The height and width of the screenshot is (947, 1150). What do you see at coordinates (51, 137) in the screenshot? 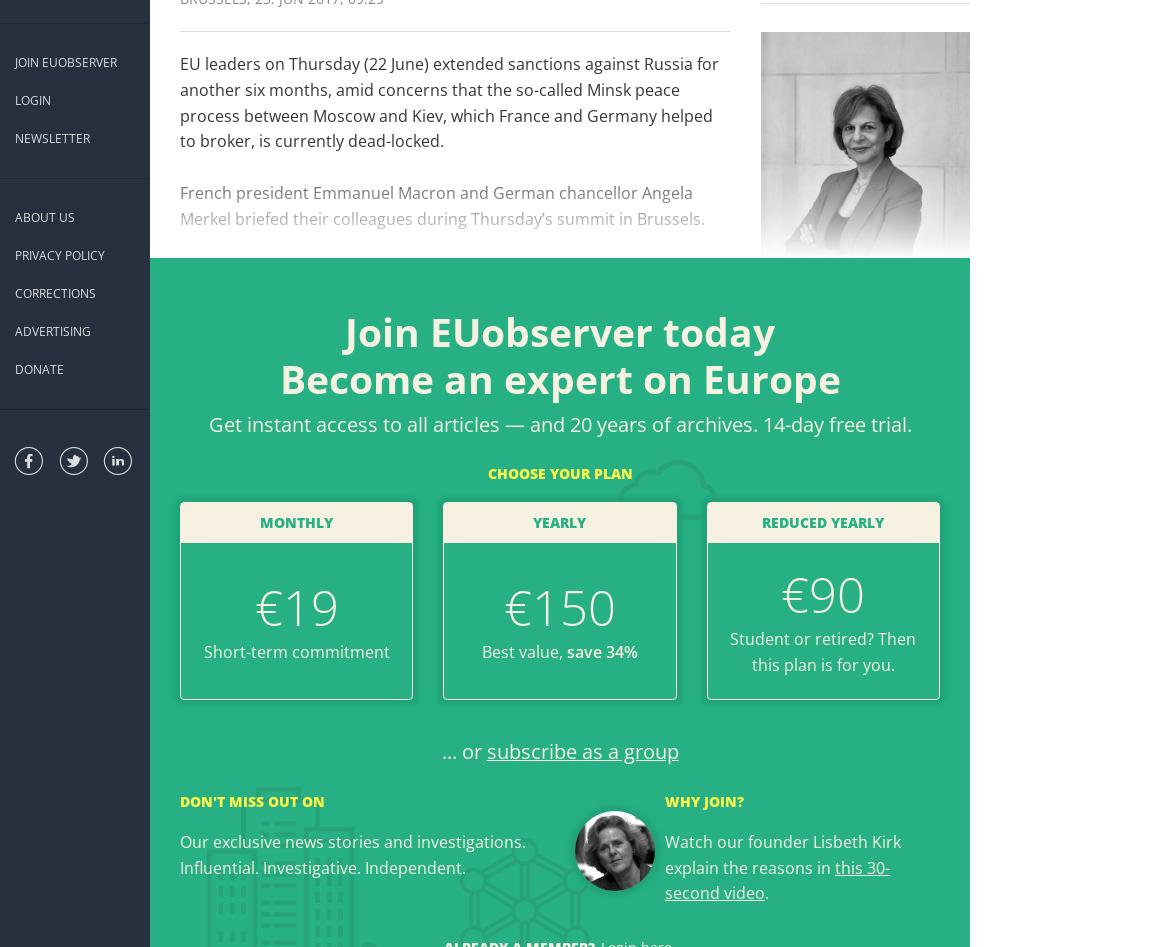
I see `'Newsletter'` at bounding box center [51, 137].